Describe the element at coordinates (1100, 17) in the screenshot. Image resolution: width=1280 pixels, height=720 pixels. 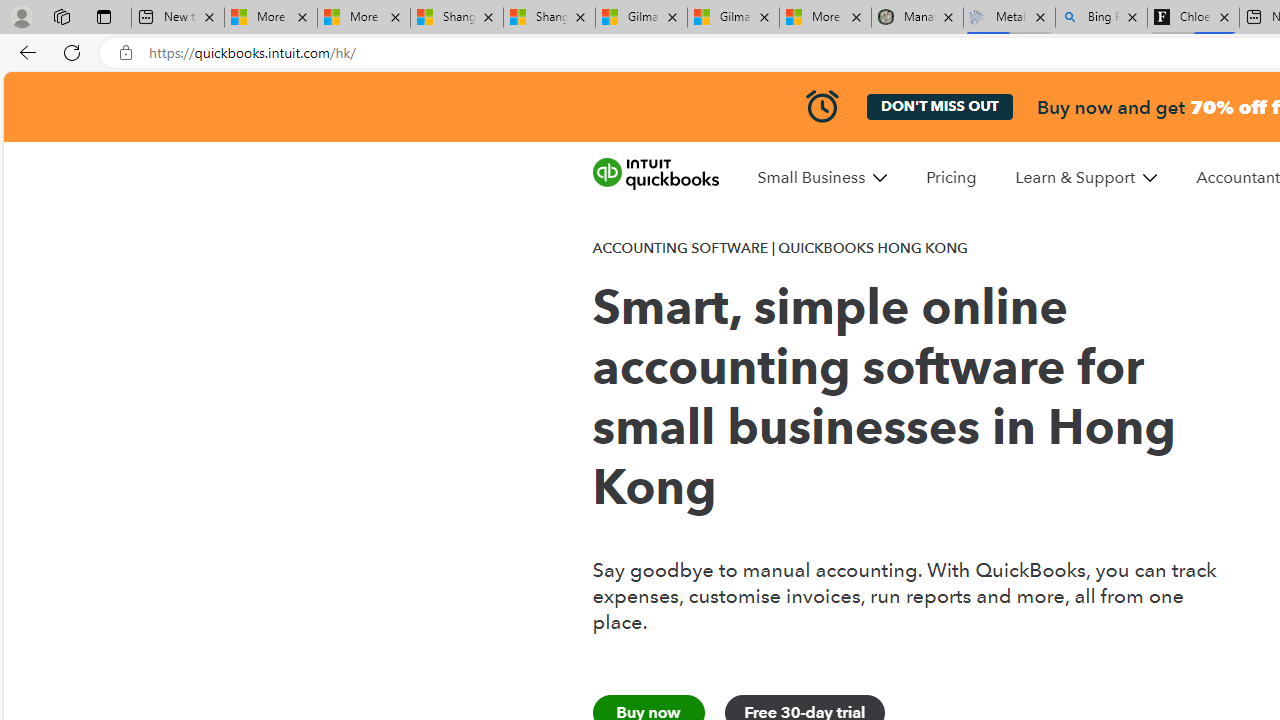
I see `'Bing Real Estate - Home sales and rental listings'` at that location.